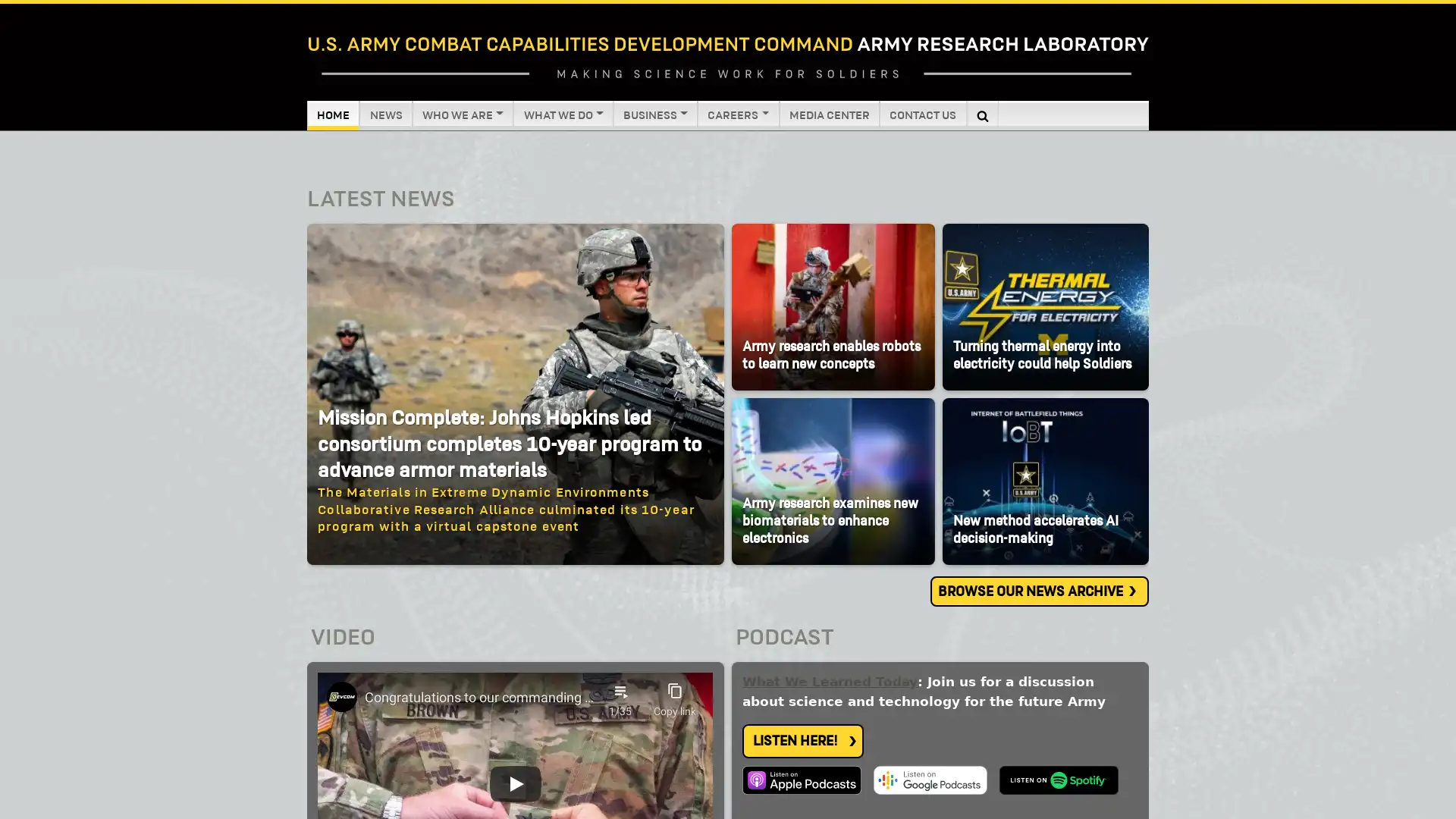  What do you see at coordinates (1039, 590) in the screenshot?
I see `BROWSE OUR NEWS ARCHIVE` at bounding box center [1039, 590].